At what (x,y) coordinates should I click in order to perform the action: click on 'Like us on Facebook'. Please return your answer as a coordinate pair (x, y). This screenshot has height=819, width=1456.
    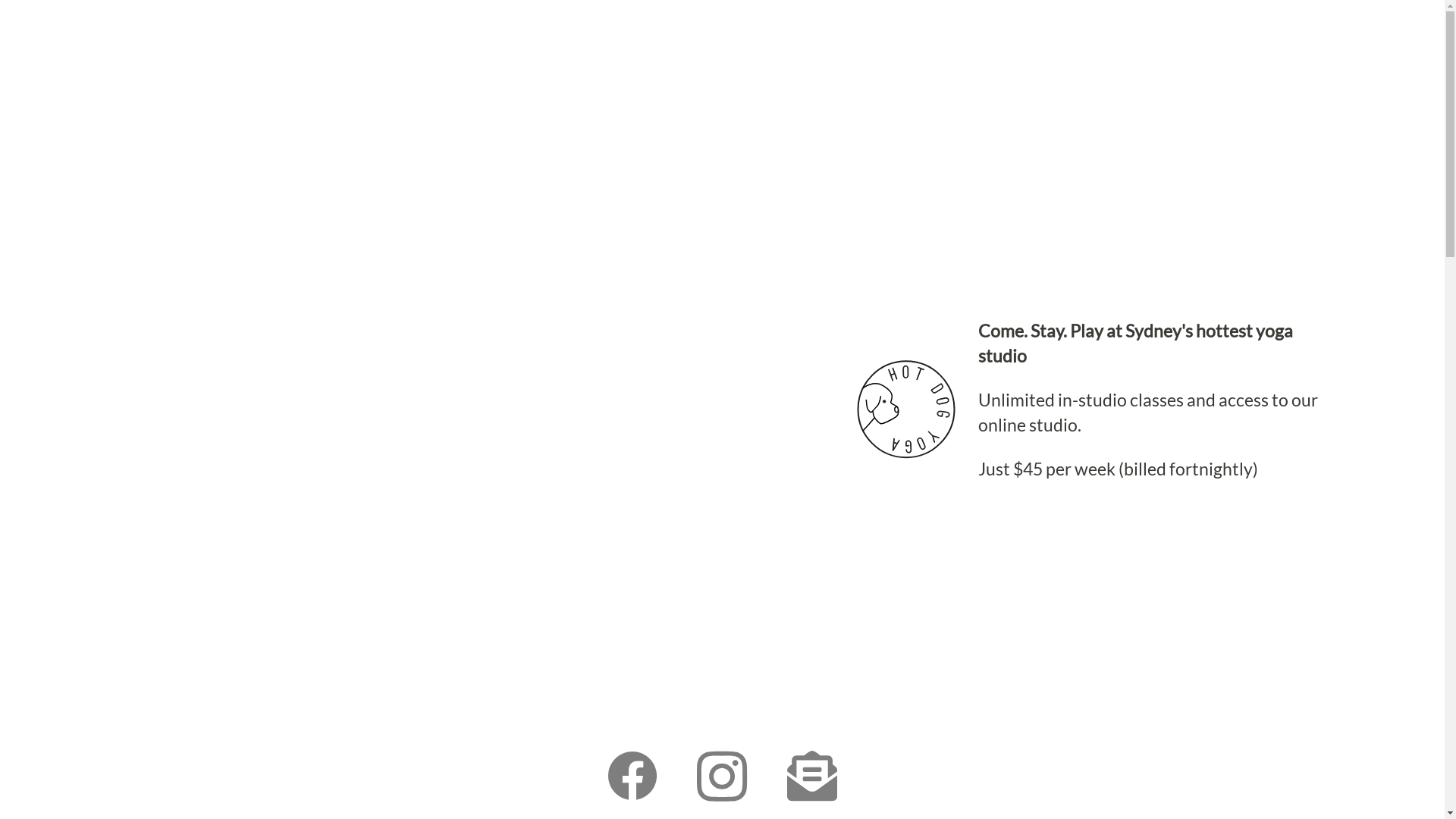
    Looking at the image, I should click on (607, 773).